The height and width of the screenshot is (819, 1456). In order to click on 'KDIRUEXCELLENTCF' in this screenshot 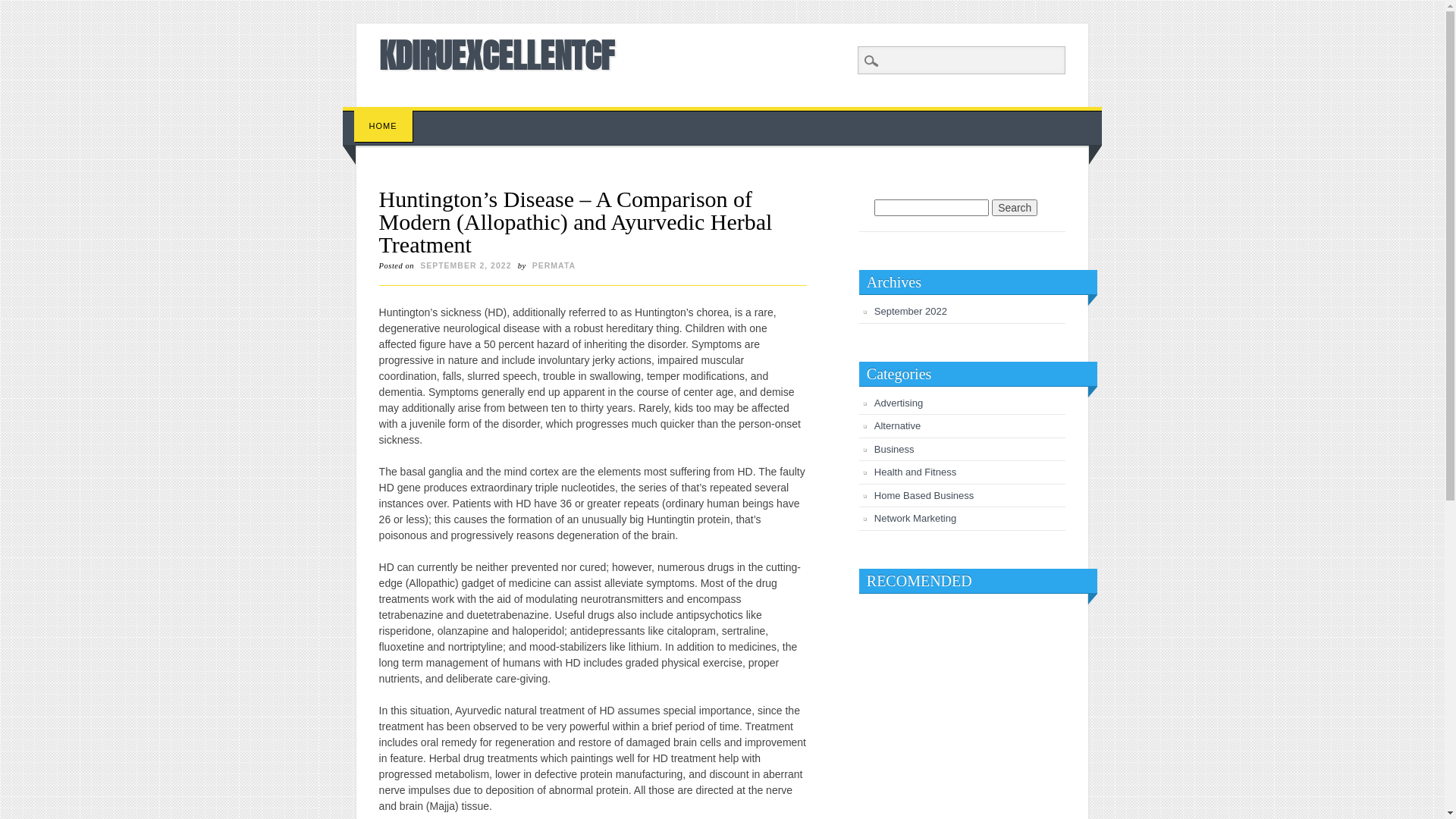, I will do `click(496, 55)`.